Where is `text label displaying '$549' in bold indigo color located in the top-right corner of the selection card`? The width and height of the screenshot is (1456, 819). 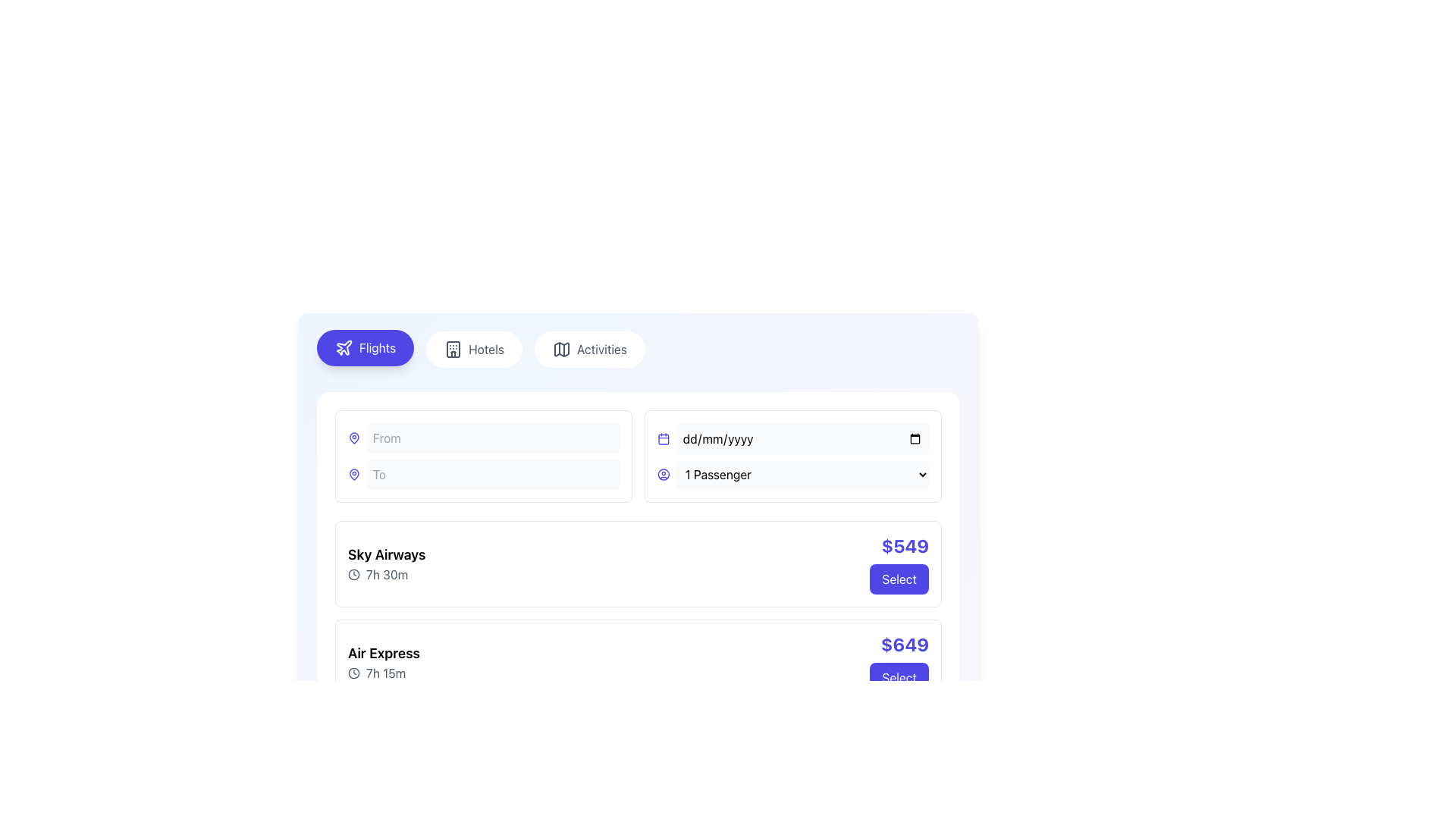
text label displaying '$549' in bold indigo color located in the top-right corner of the selection card is located at coordinates (899, 546).